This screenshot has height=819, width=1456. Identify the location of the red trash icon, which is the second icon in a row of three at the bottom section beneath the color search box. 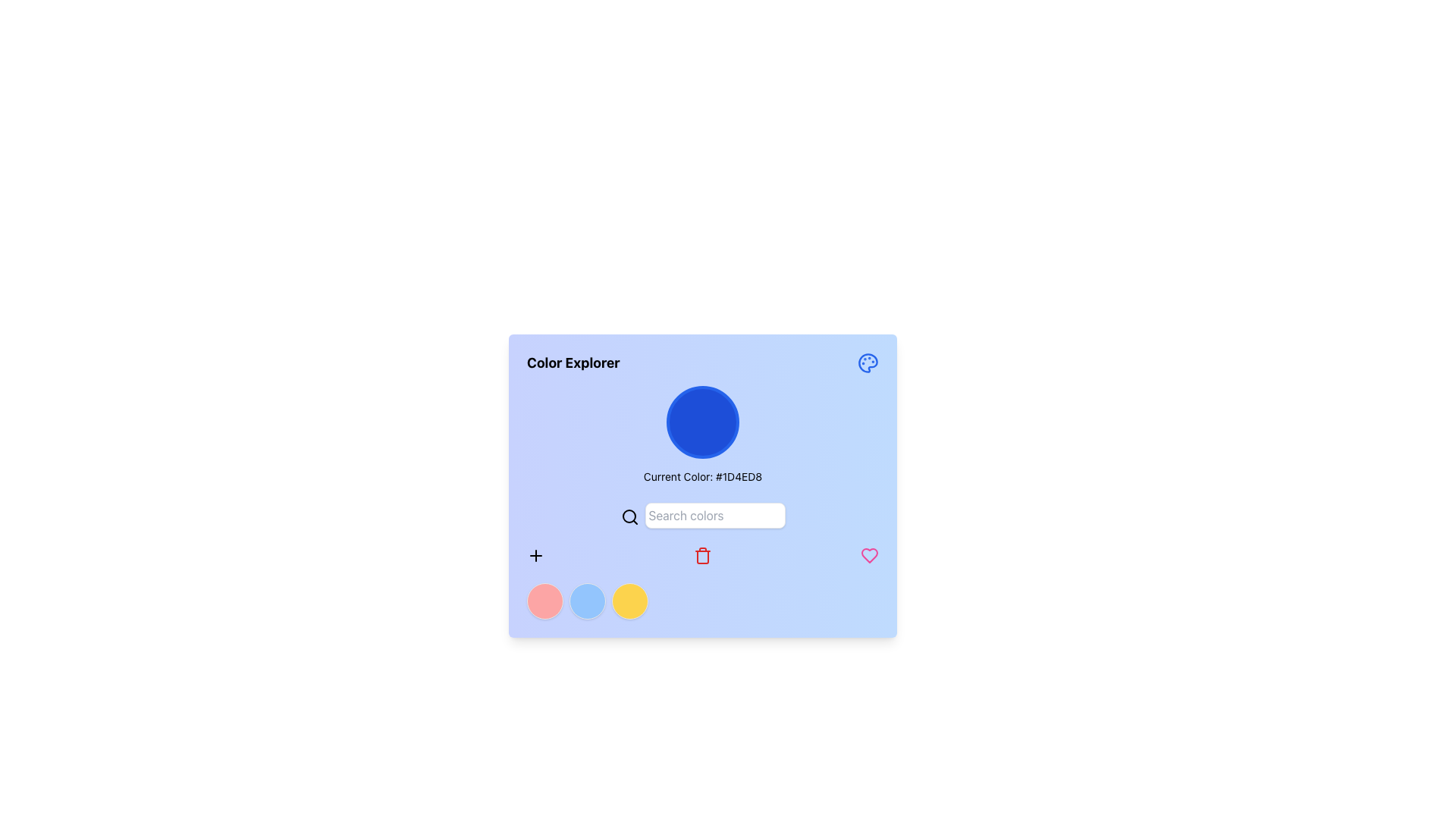
(701, 555).